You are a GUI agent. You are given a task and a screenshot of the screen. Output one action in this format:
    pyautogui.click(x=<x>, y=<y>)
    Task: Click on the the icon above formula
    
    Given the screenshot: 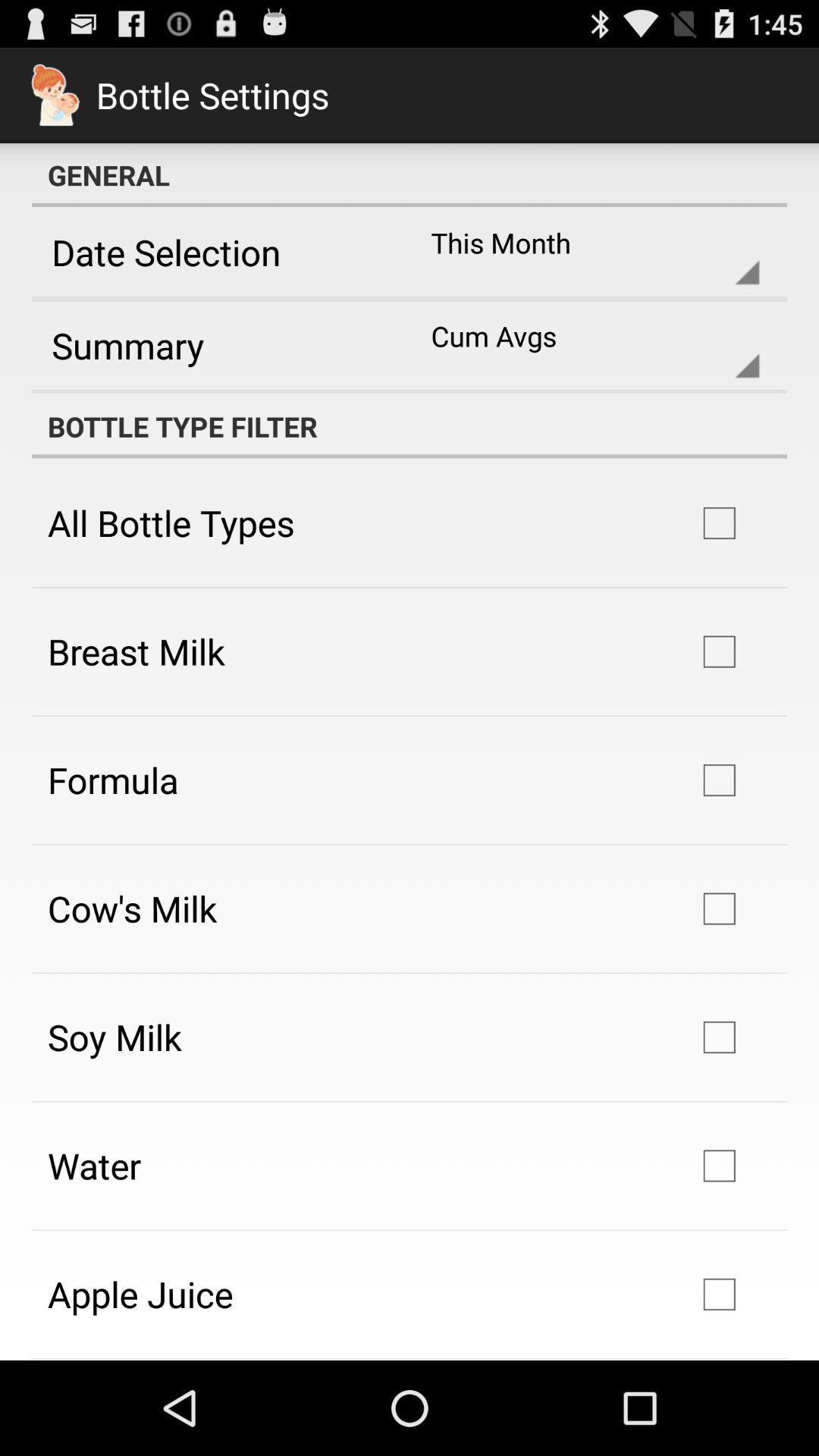 What is the action you would take?
    pyautogui.click(x=136, y=651)
    